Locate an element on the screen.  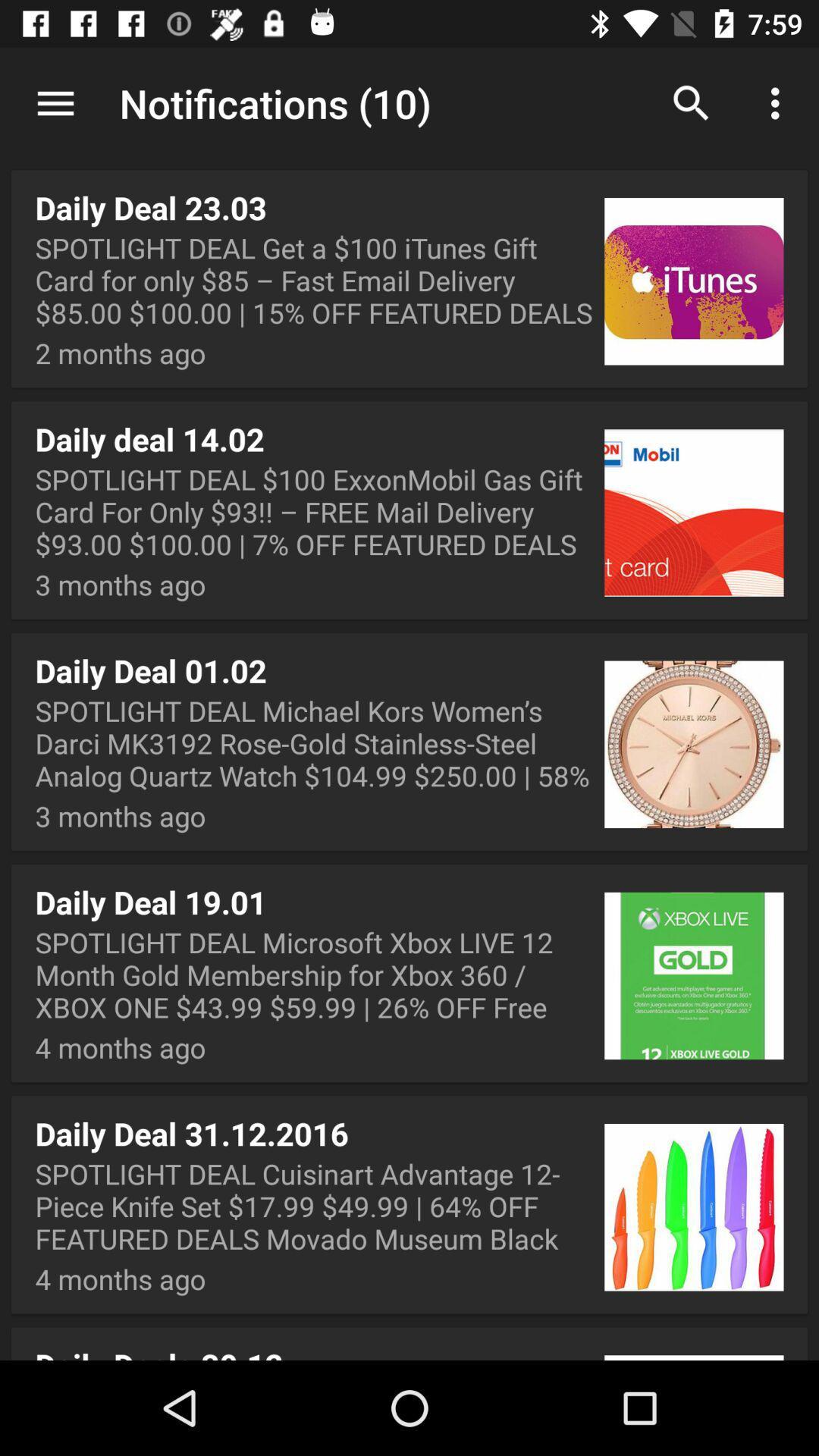
the app to the left of notifications (10) is located at coordinates (55, 102).